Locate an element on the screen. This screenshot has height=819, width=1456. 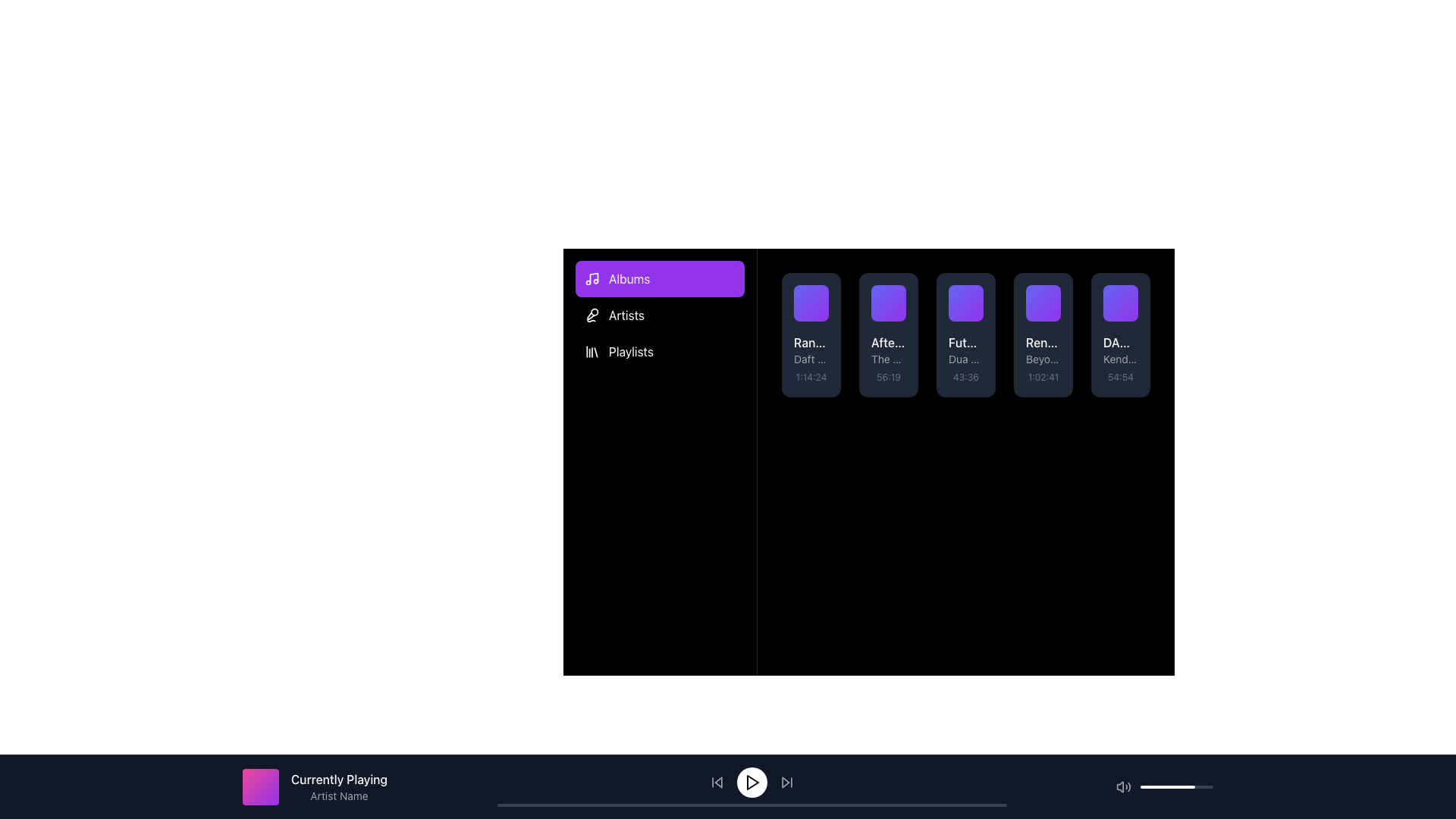
the heart icon located at the top-right corner of the album card labeled 'DAMN.' to like the album is located at coordinates (1128, 294).